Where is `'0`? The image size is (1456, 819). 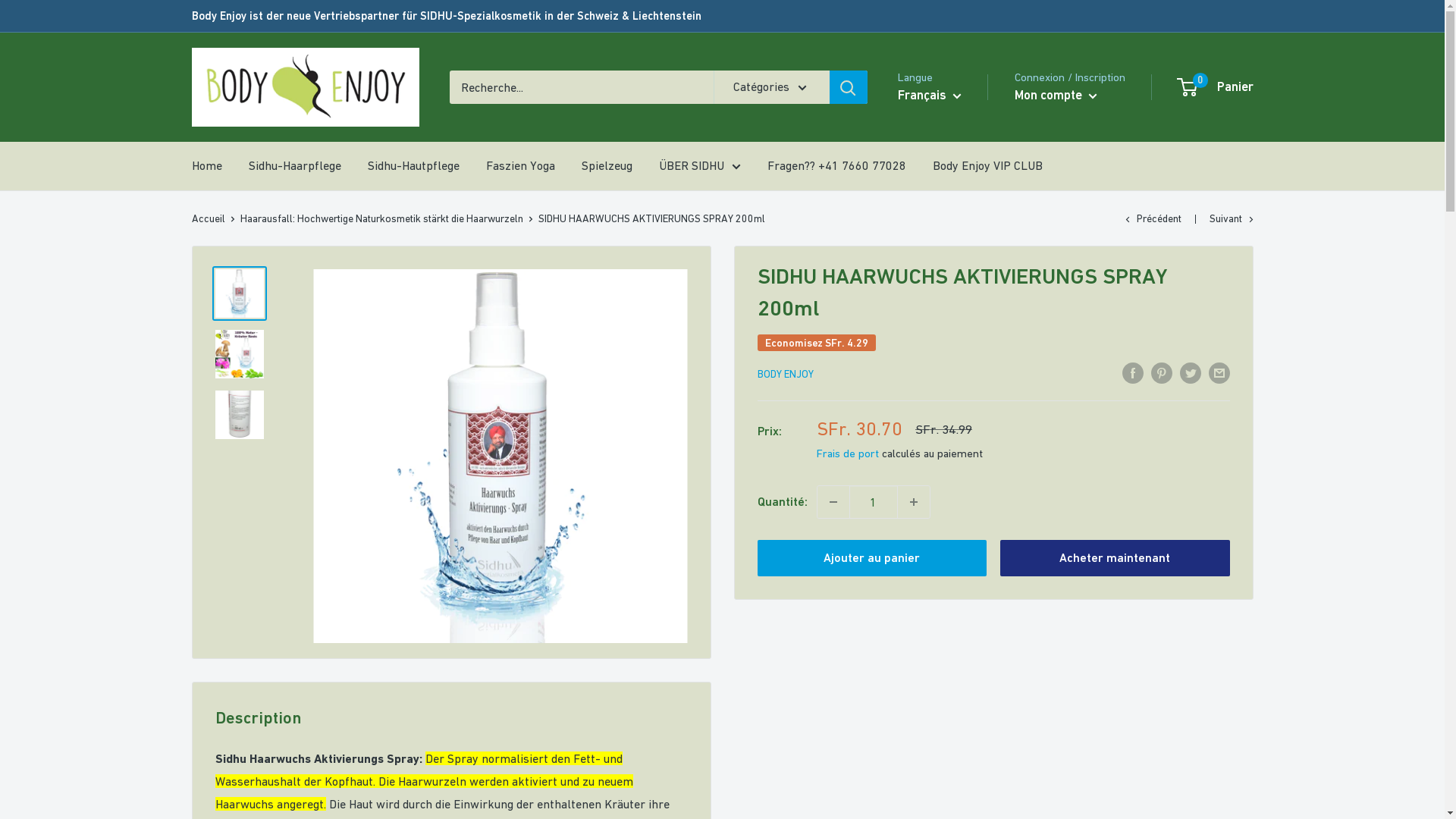 '0 is located at coordinates (1178, 87).